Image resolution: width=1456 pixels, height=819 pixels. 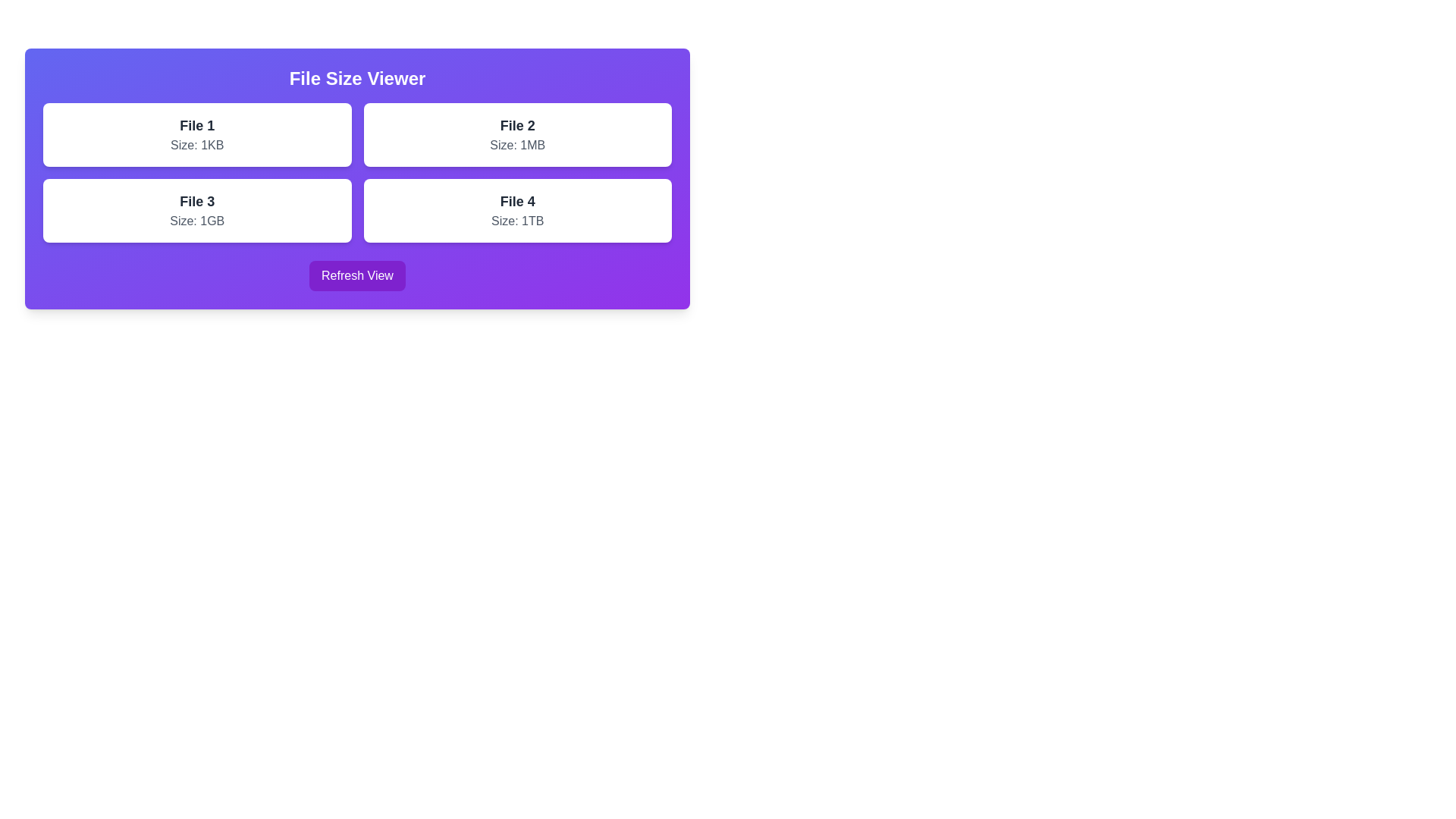 I want to click on the informational text label displaying the size of the file associated with 'File 2', located below the title text within the card labeled 'File 2', so click(x=517, y=146).